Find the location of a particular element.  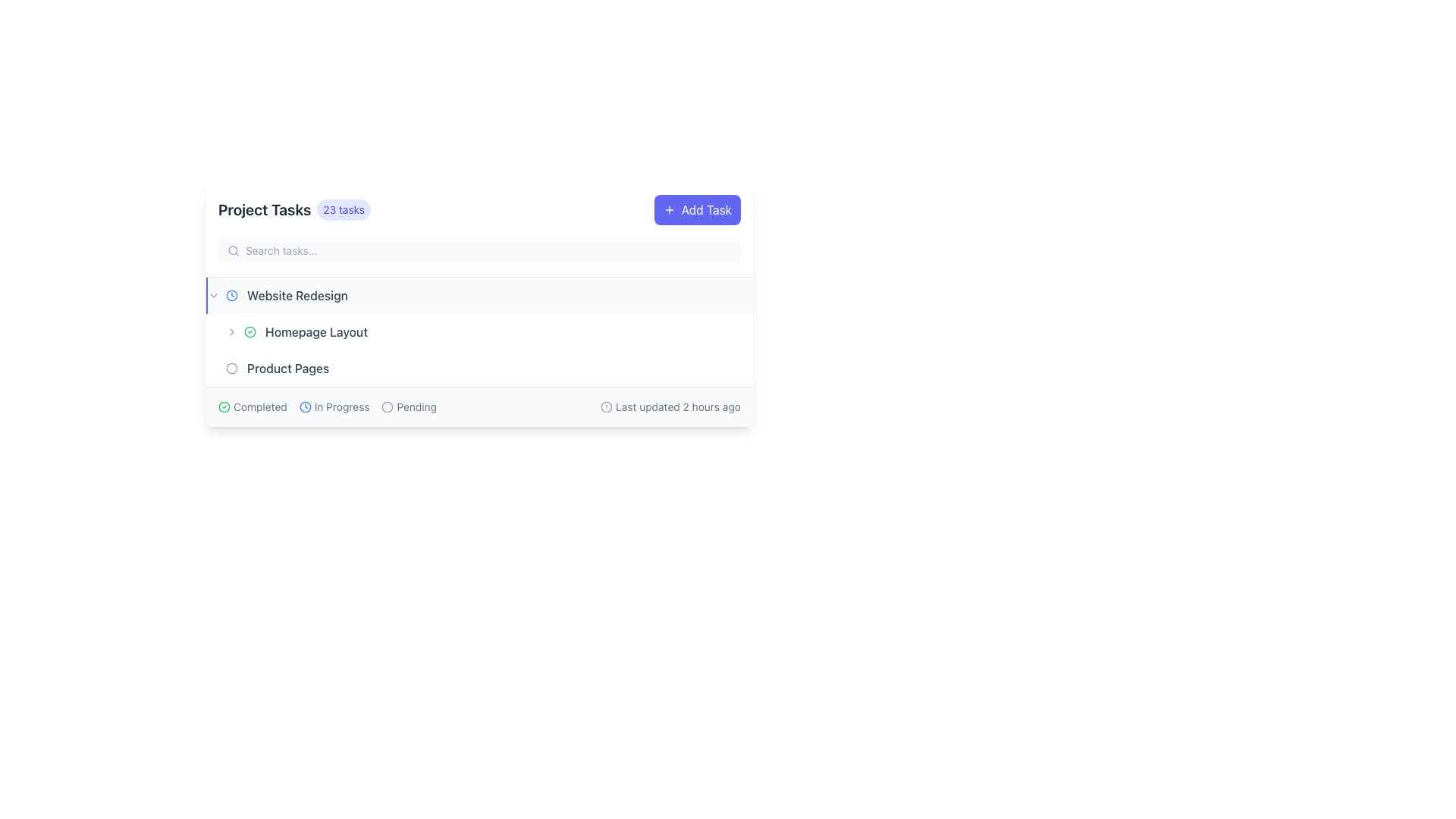

the circular icon with a checkmark inside, styled with a green border, located in the bottom section of the interface near the 'Completed' text is located at coordinates (224, 406).